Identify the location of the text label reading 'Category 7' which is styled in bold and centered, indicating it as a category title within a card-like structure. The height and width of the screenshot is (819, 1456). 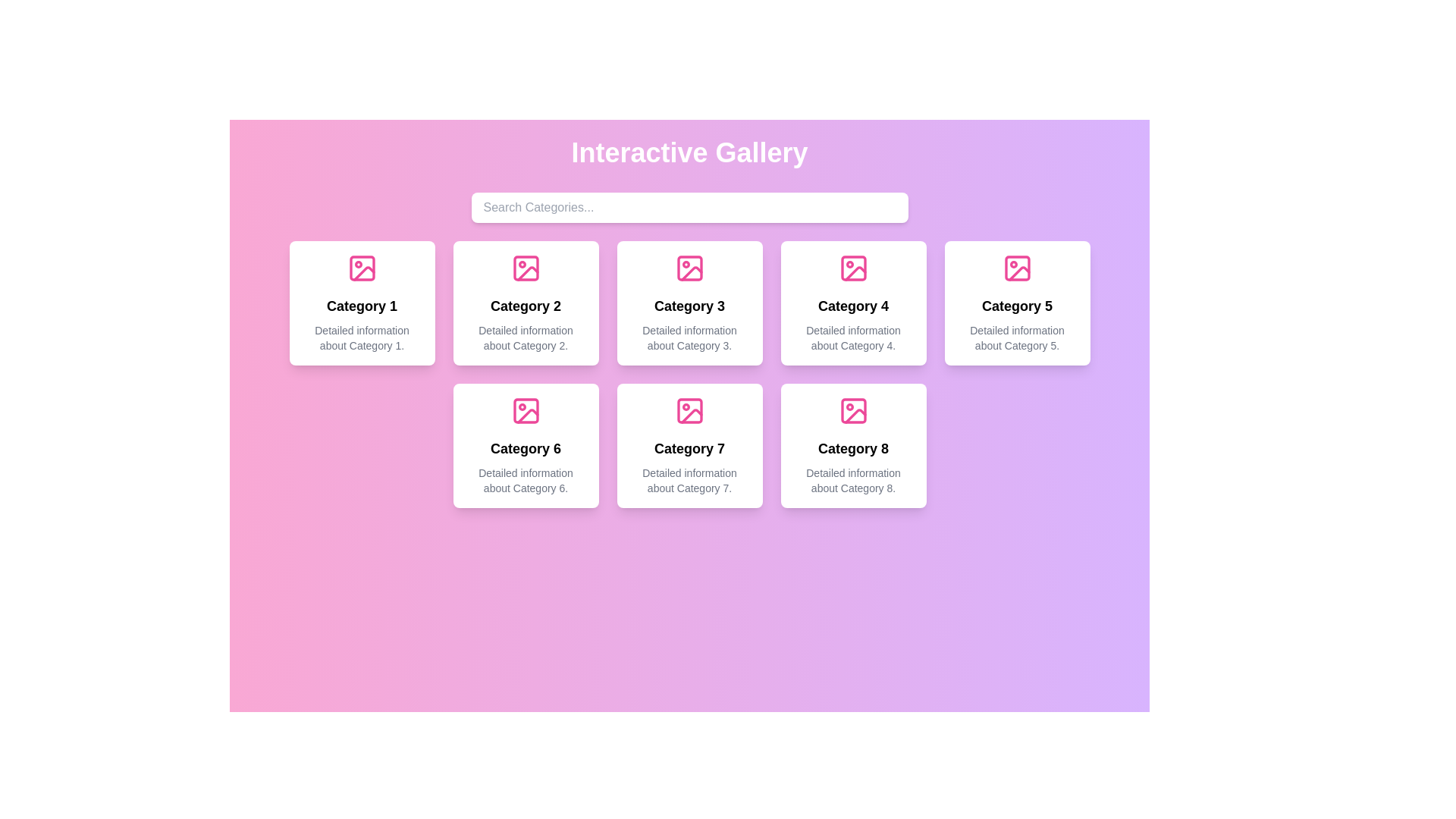
(689, 447).